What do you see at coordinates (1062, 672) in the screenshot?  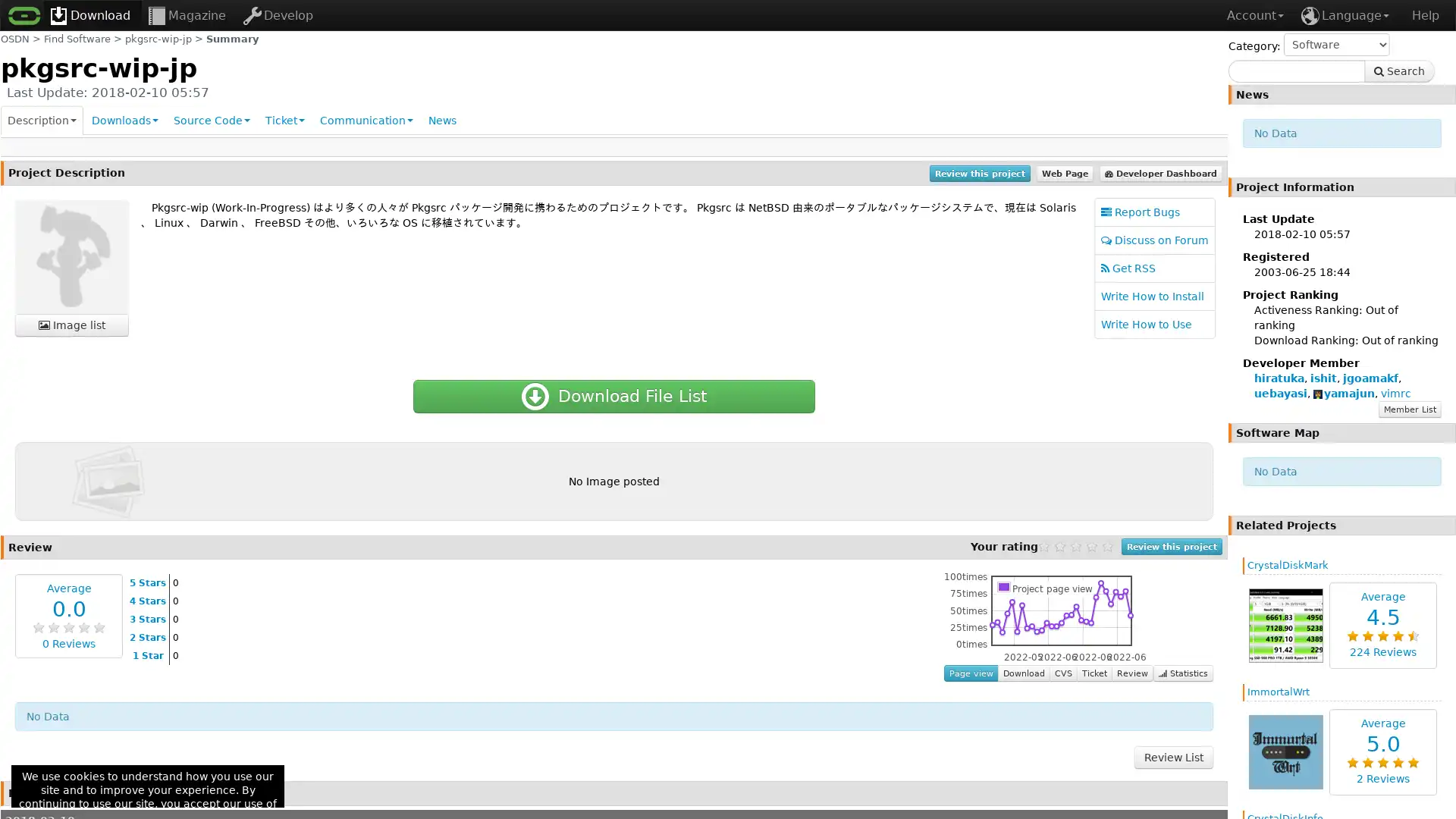 I see `CVS` at bounding box center [1062, 672].